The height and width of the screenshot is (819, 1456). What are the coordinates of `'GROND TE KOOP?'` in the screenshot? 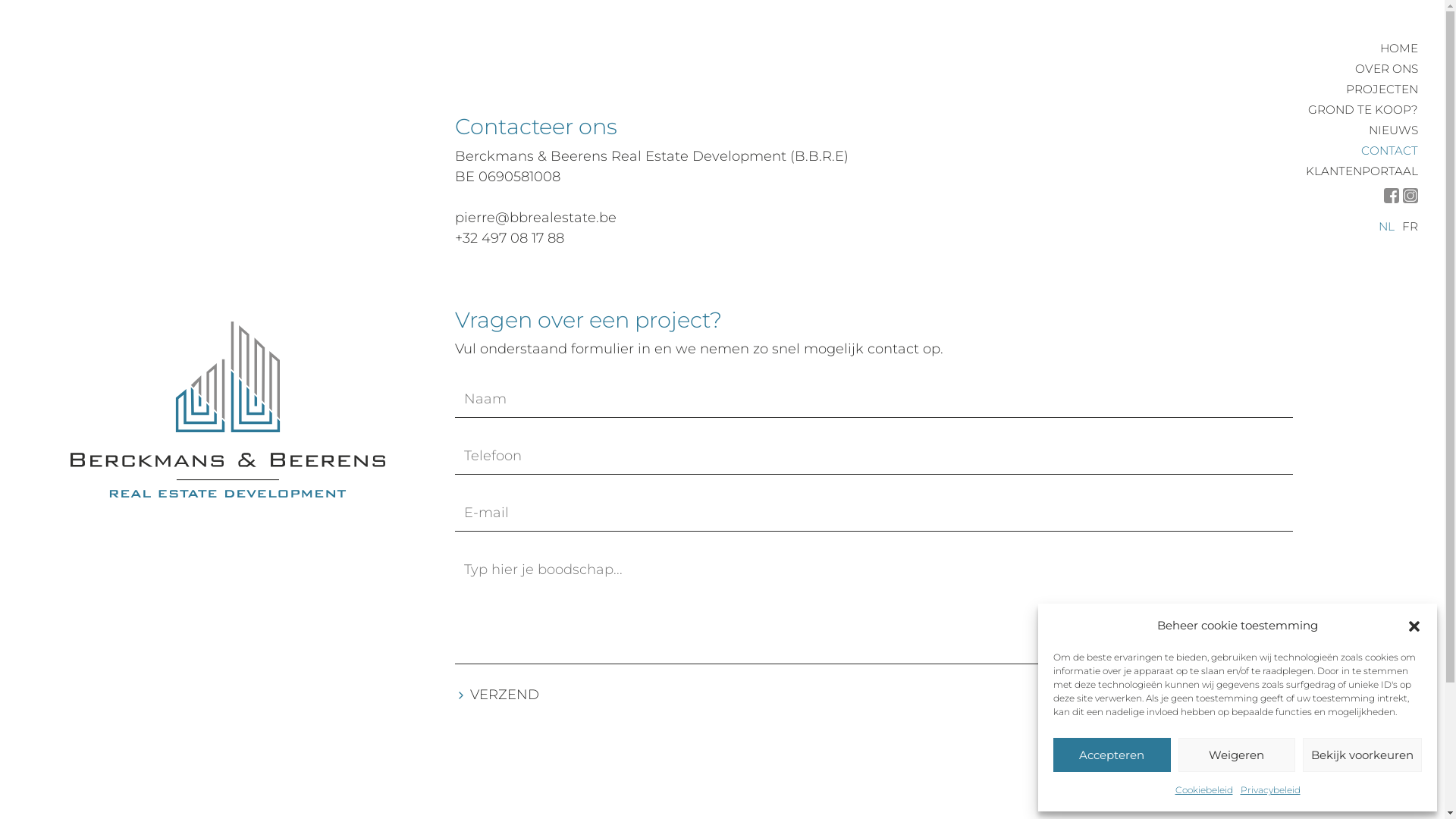 It's located at (1363, 108).